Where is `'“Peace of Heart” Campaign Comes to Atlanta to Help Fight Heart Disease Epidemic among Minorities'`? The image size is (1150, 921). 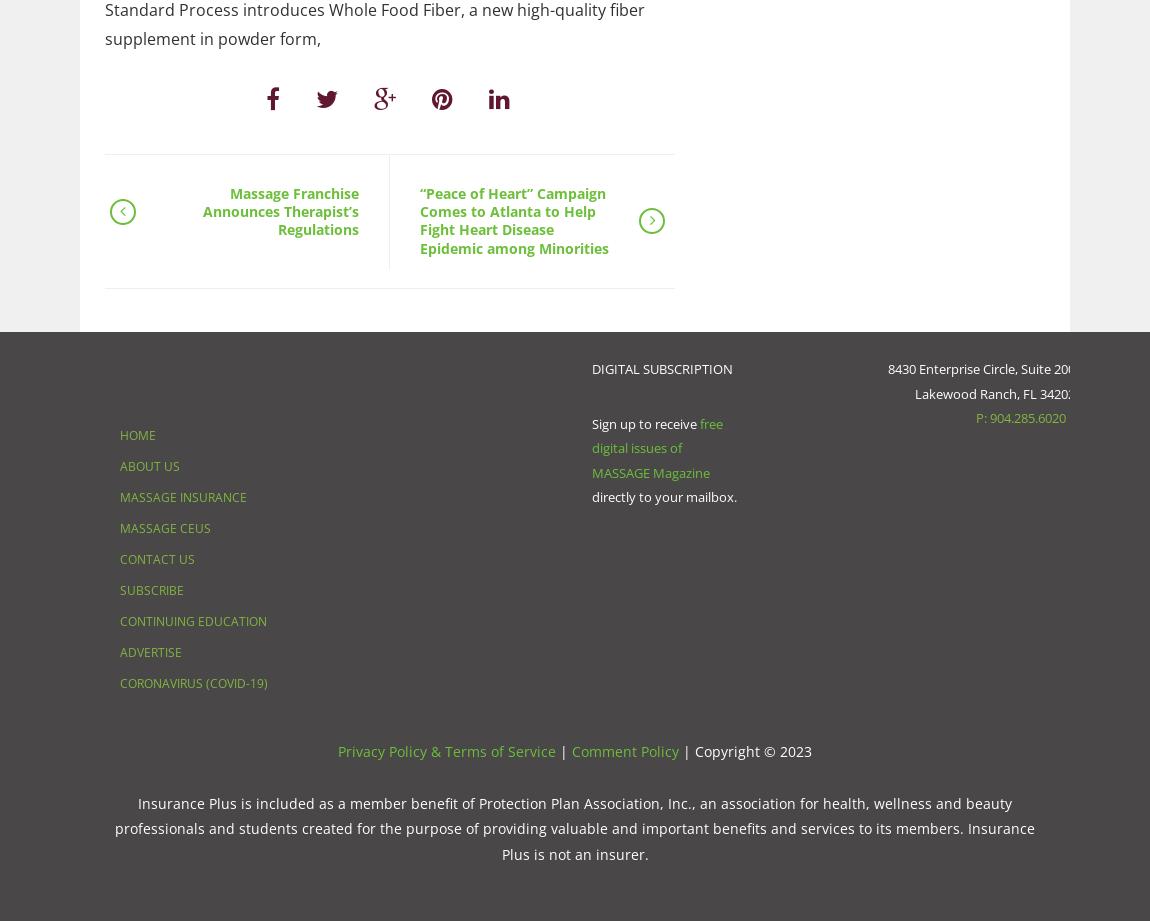
'“Peace of Heart” Campaign Comes to Atlanta to Help Fight Heart Disease Epidemic among Minorities' is located at coordinates (419, 219).